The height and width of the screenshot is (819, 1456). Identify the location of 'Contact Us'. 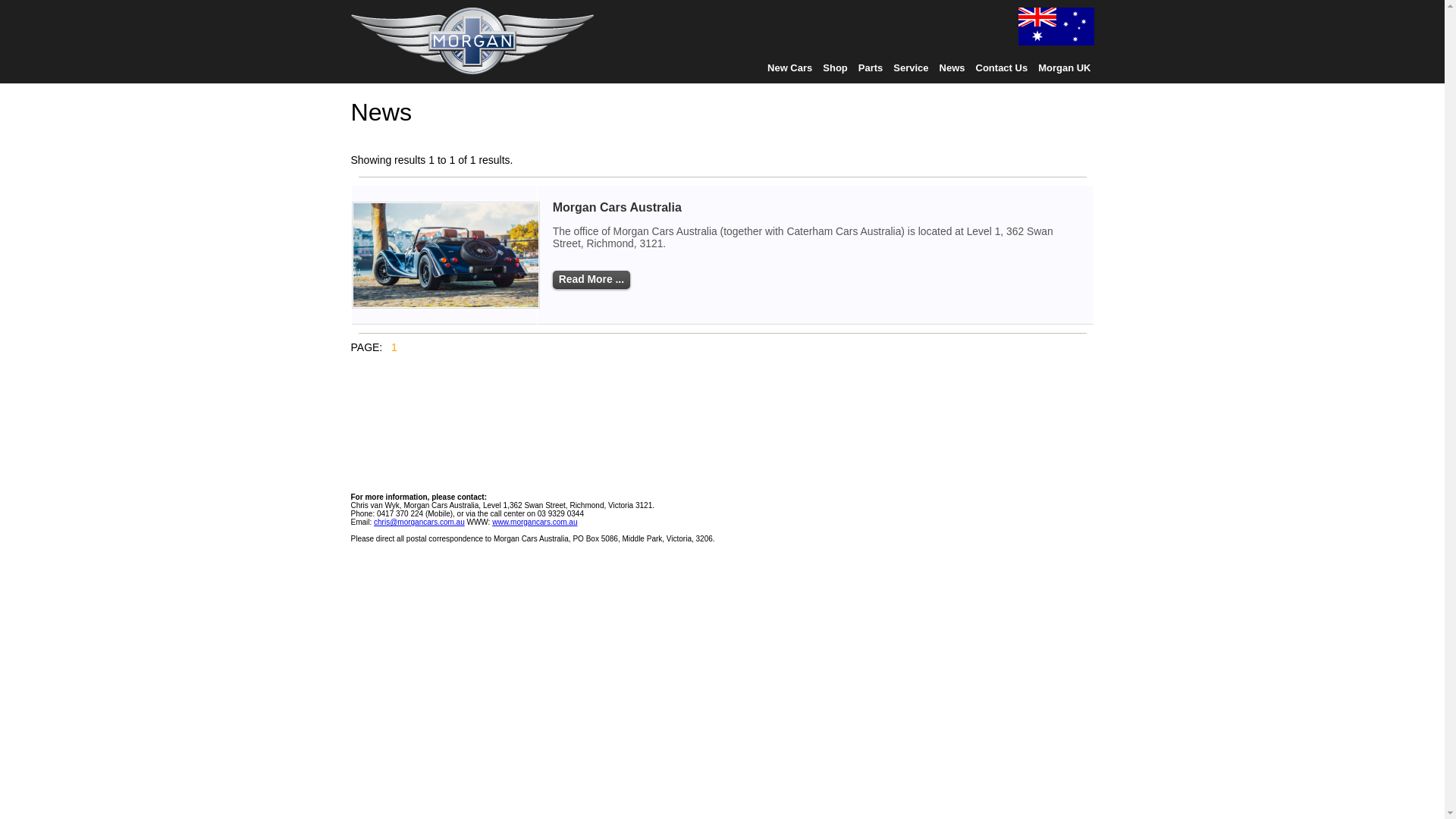
(1002, 67).